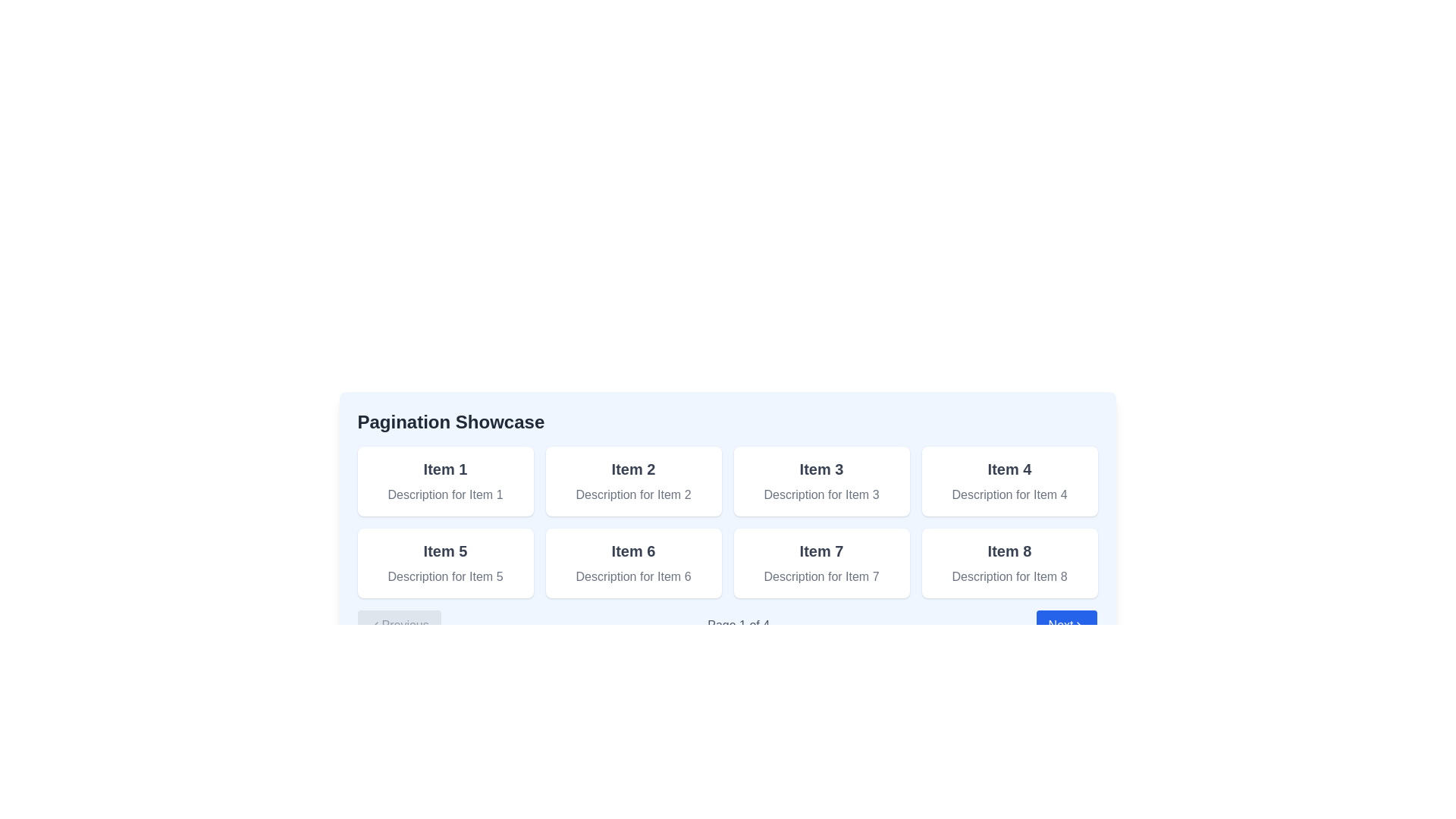 This screenshot has width=1456, height=819. I want to click on text content of the header labeled 'Pagination Showcase', which is displayed in a bold, large-sized font at the upper portion of the layout, so click(450, 422).